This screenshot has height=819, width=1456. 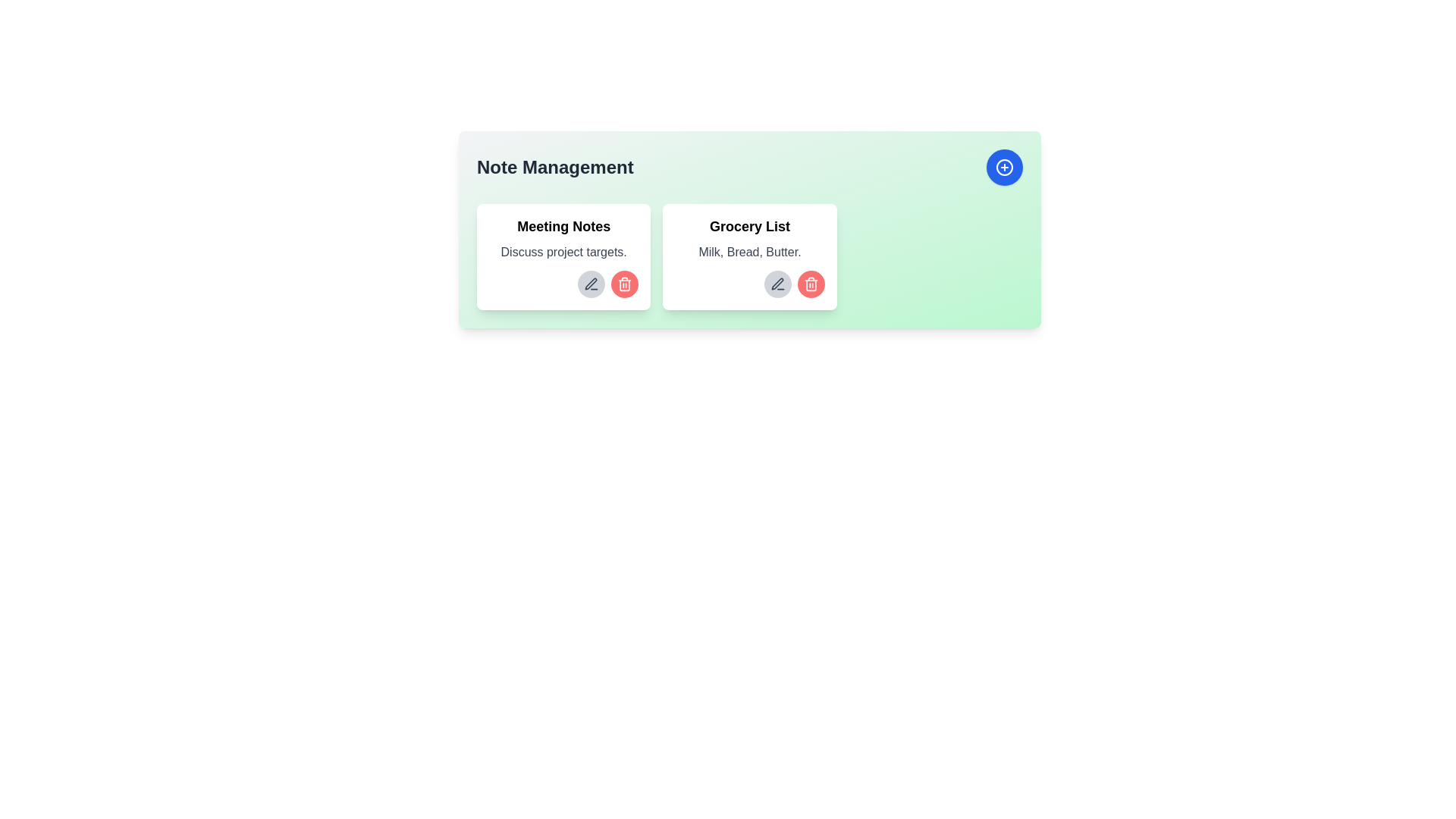 What do you see at coordinates (749, 251) in the screenshot?
I see `the Text display that lists grocery items ('Milk, Bread, Butter') located beneath the 'Grocery List' title in the card component within the 'Note Management' section` at bounding box center [749, 251].